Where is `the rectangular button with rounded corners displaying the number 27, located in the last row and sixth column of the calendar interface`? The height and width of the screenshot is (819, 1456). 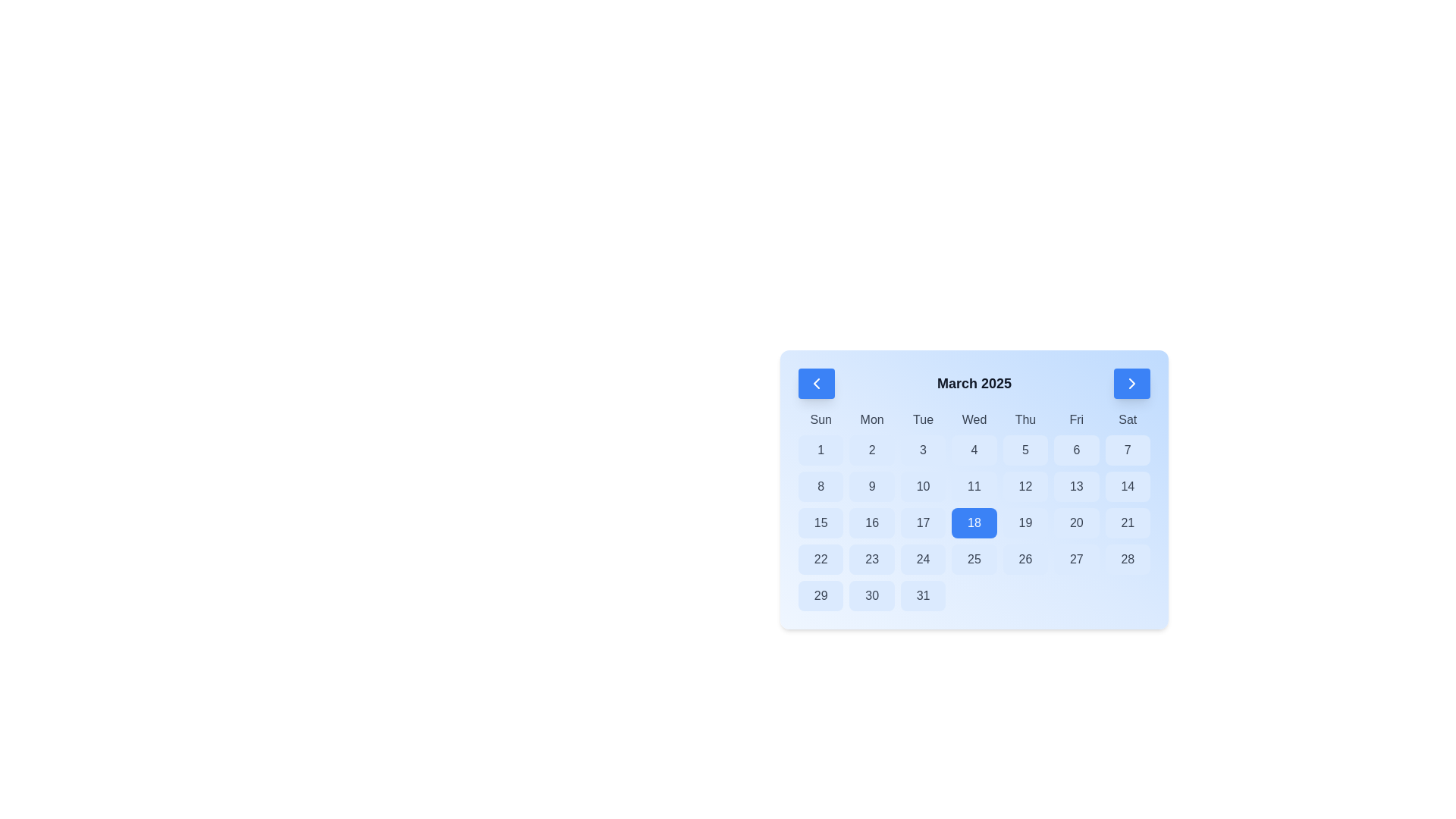
the rectangular button with rounded corners displaying the number 27, located in the last row and sixth column of the calendar interface is located at coordinates (1075, 559).